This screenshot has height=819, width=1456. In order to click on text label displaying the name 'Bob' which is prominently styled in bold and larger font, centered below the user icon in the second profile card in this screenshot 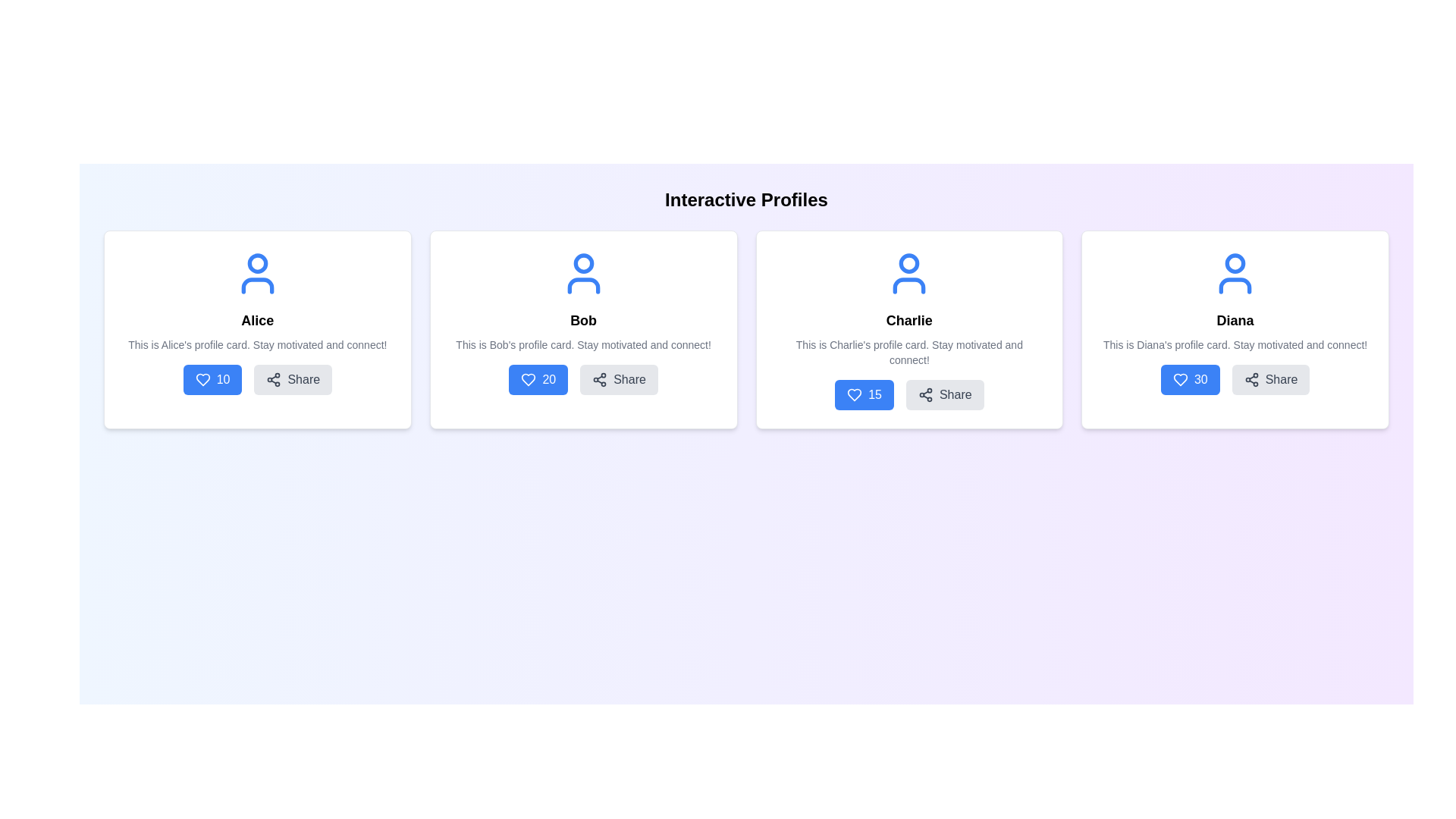, I will do `click(582, 320)`.